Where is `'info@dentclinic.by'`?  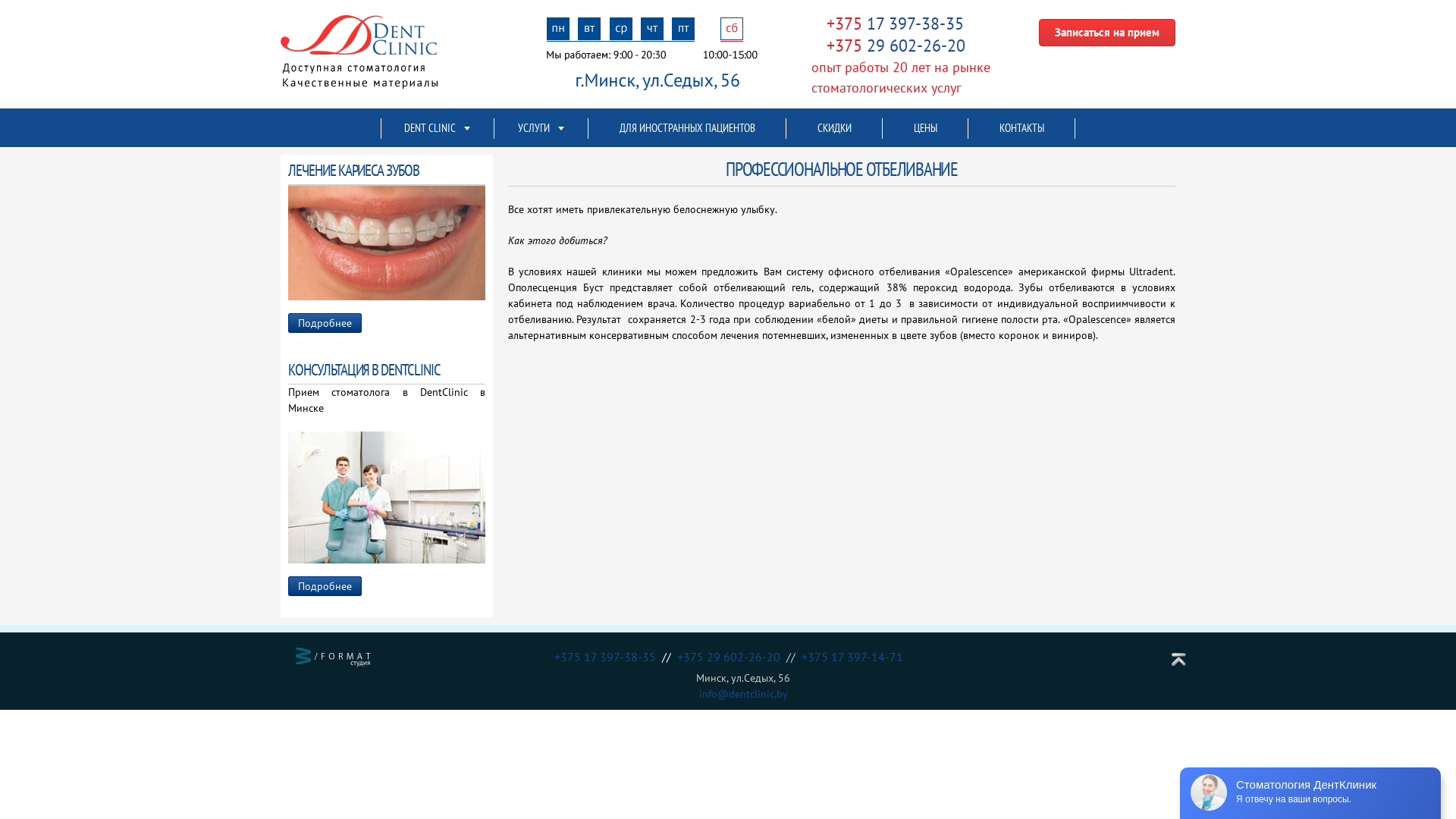 'info@dentclinic.by' is located at coordinates (743, 693).